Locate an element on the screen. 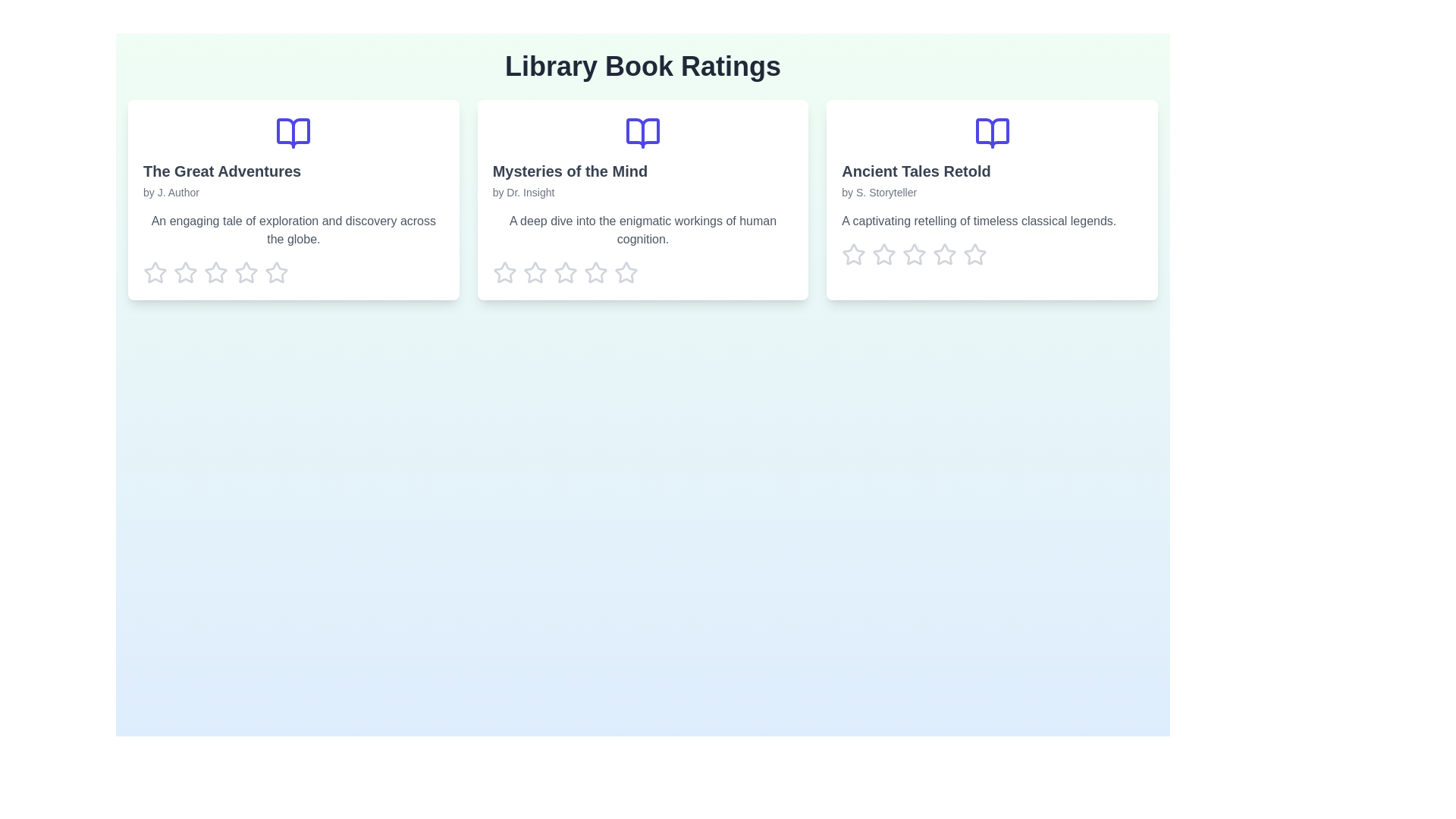  the rating for a book to 4 stars by clicking on the corresponding star is located at coordinates (246, 271).